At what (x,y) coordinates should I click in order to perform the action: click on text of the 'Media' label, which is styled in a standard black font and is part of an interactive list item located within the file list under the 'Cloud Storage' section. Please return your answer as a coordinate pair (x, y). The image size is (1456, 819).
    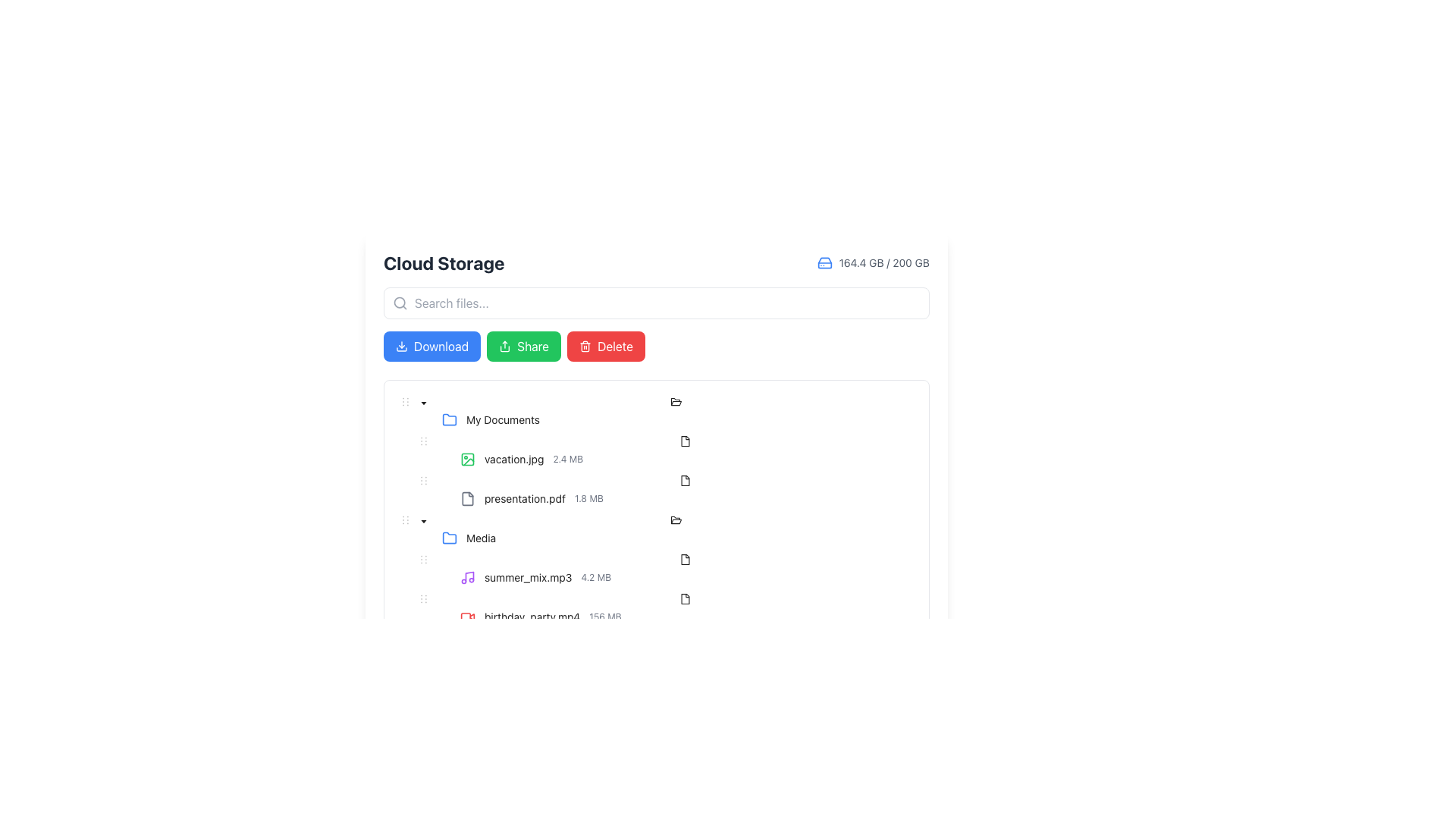
    Looking at the image, I should click on (480, 537).